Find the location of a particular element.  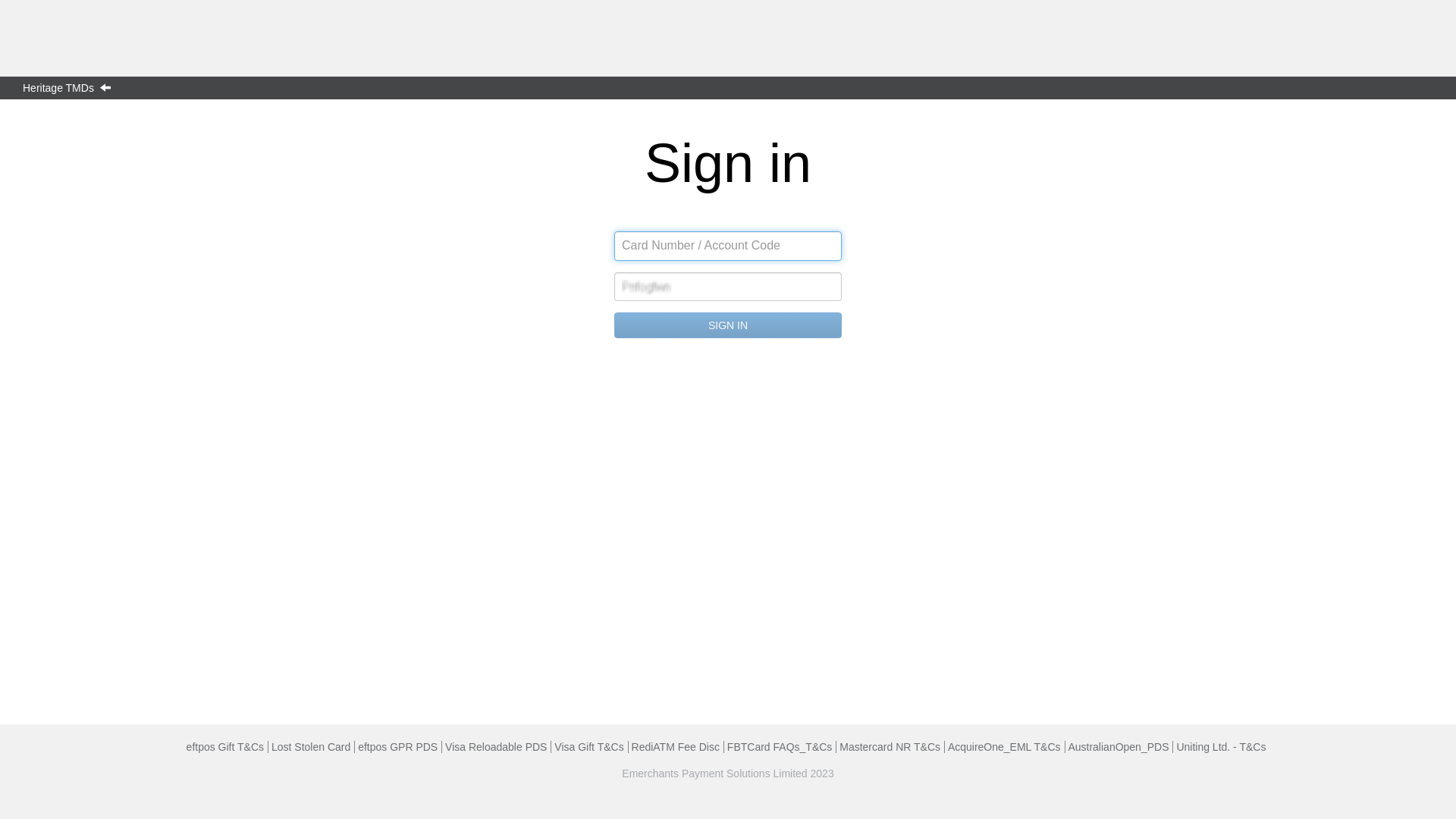

'Visa Gift T&Cs' is located at coordinates (553, 745).